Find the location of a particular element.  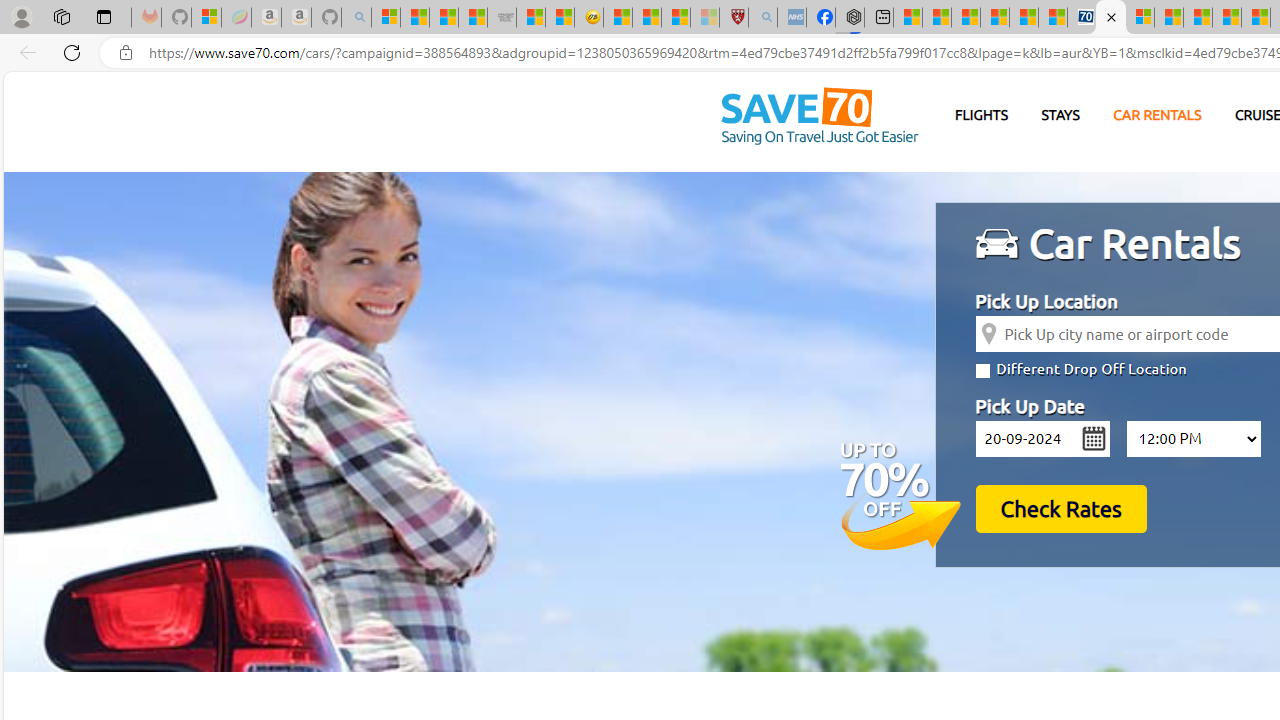

'FLIGHTS' is located at coordinates (981, 115).